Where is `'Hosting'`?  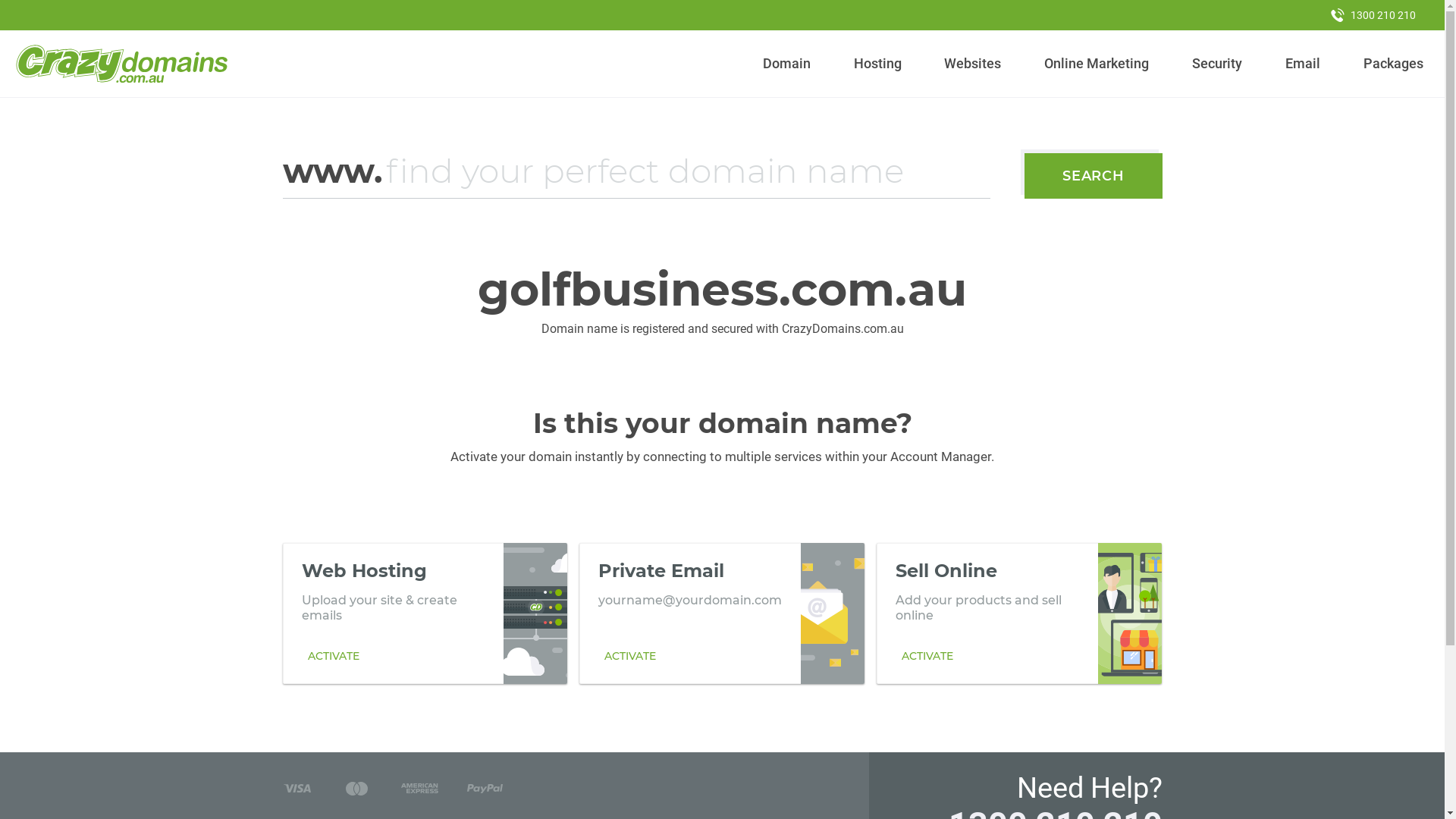 'Hosting' is located at coordinates (877, 63).